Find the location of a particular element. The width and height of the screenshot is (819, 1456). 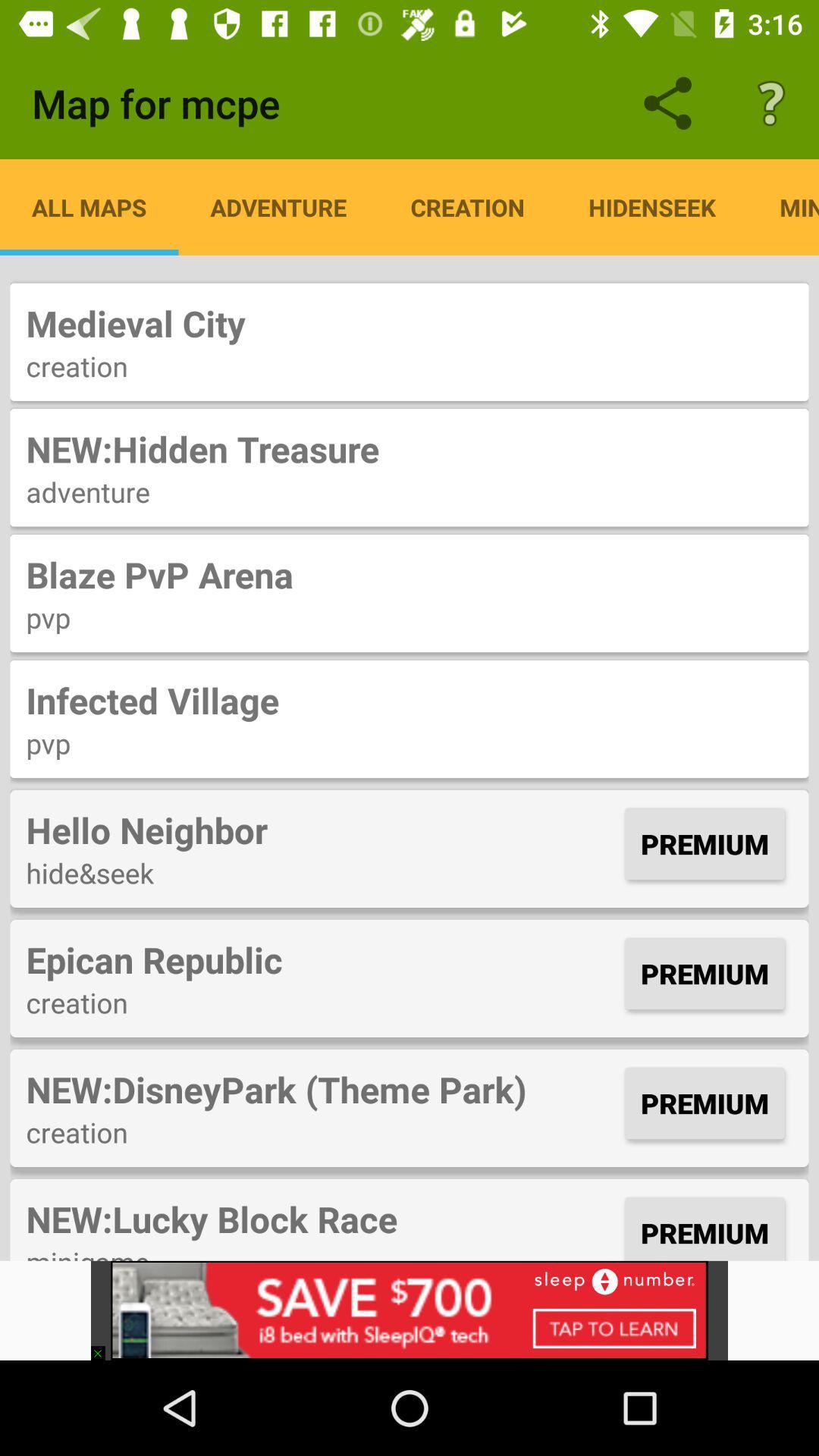

hello neighbor is located at coordinates (321, 829).